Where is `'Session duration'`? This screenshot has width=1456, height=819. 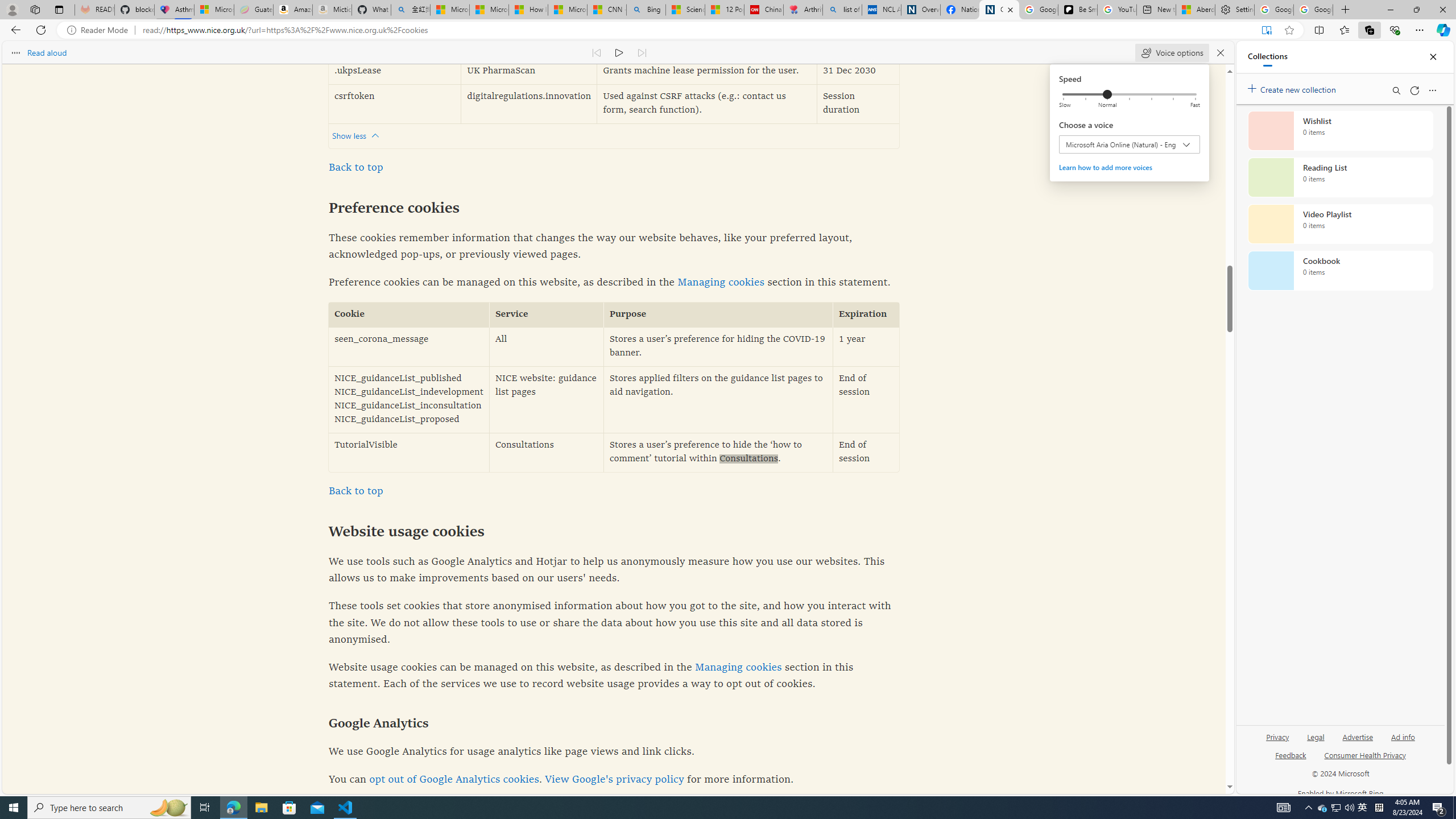
'Session duration' is located at coordinates (858, 103).